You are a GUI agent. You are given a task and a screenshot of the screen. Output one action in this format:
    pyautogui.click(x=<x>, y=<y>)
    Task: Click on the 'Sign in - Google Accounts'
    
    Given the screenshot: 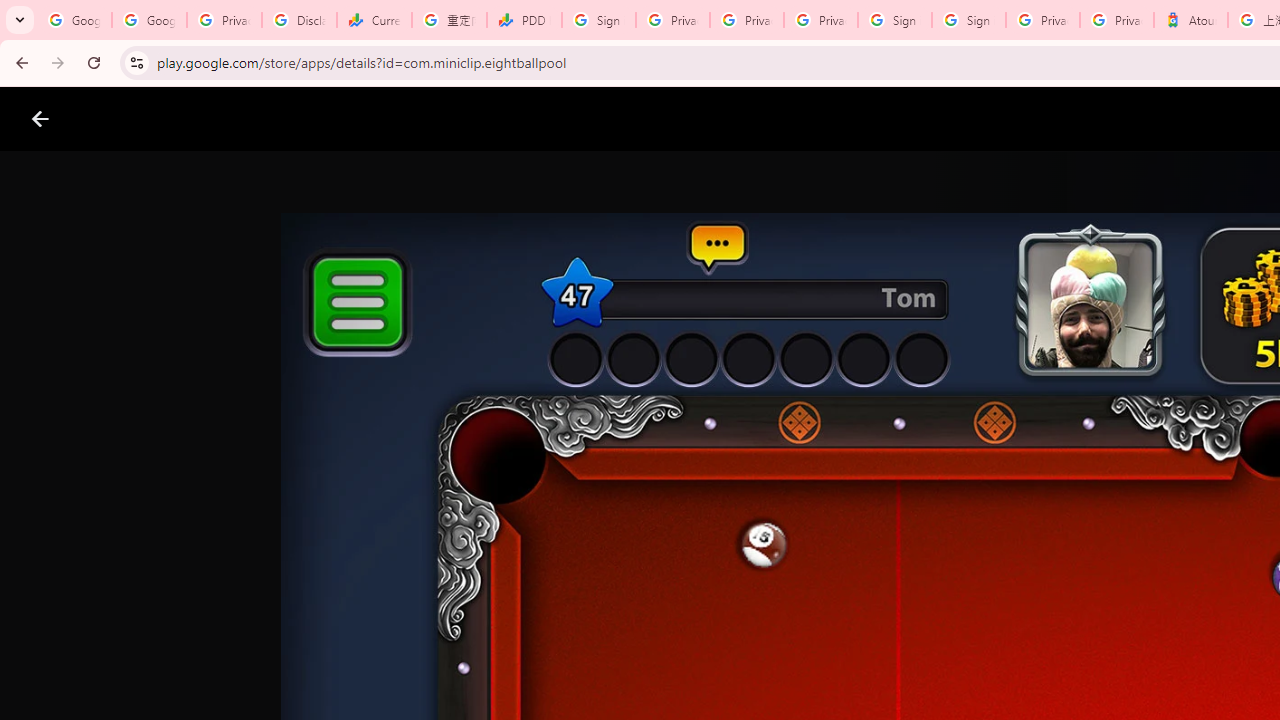 What is the action you would take?
    pyautogui.click(x=893, y=20)
    